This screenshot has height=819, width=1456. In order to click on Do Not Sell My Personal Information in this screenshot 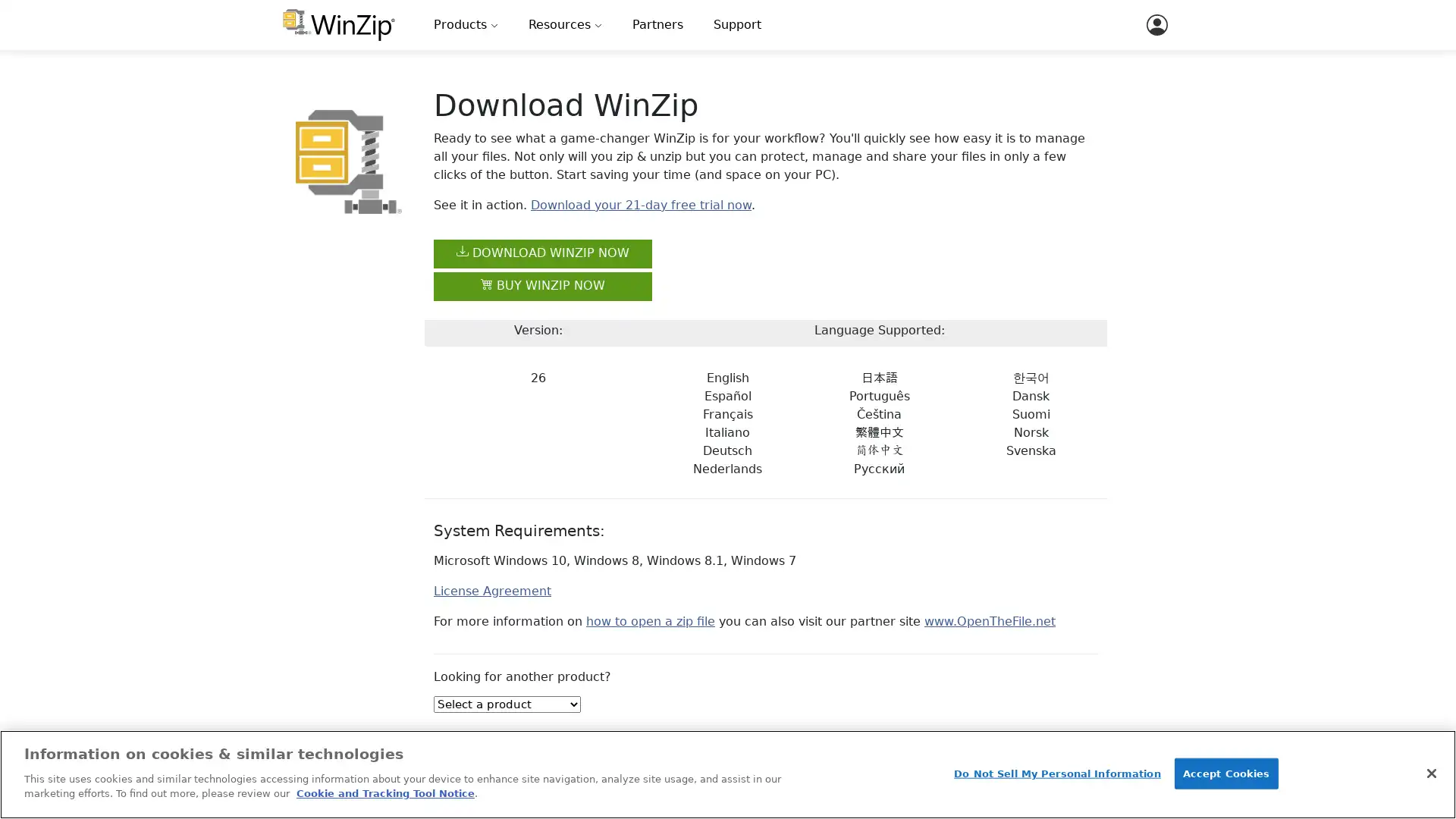, I will do `click(1056, 773)`.